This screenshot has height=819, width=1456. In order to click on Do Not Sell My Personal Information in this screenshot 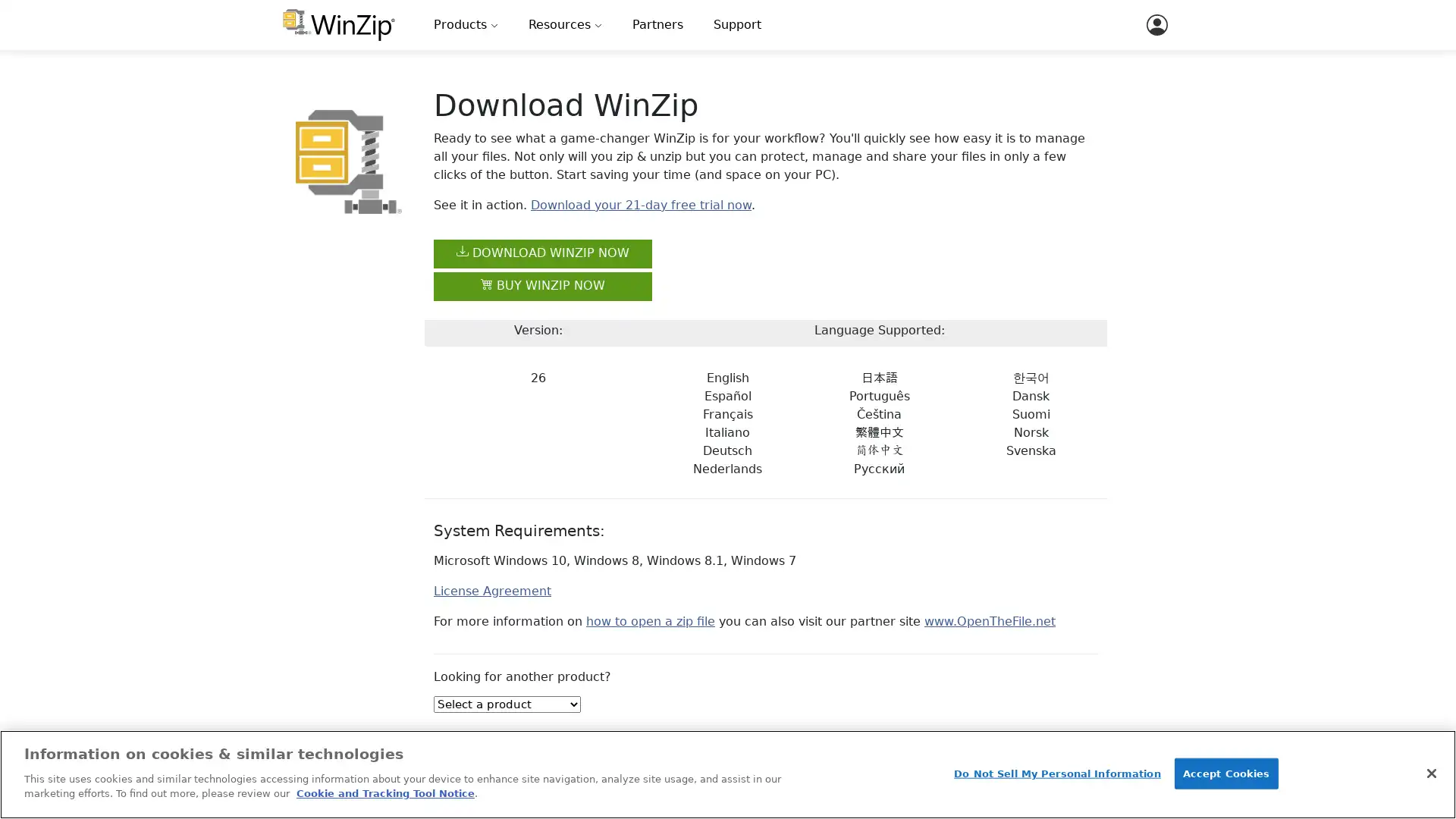, I will do `click(1056, 773)`.